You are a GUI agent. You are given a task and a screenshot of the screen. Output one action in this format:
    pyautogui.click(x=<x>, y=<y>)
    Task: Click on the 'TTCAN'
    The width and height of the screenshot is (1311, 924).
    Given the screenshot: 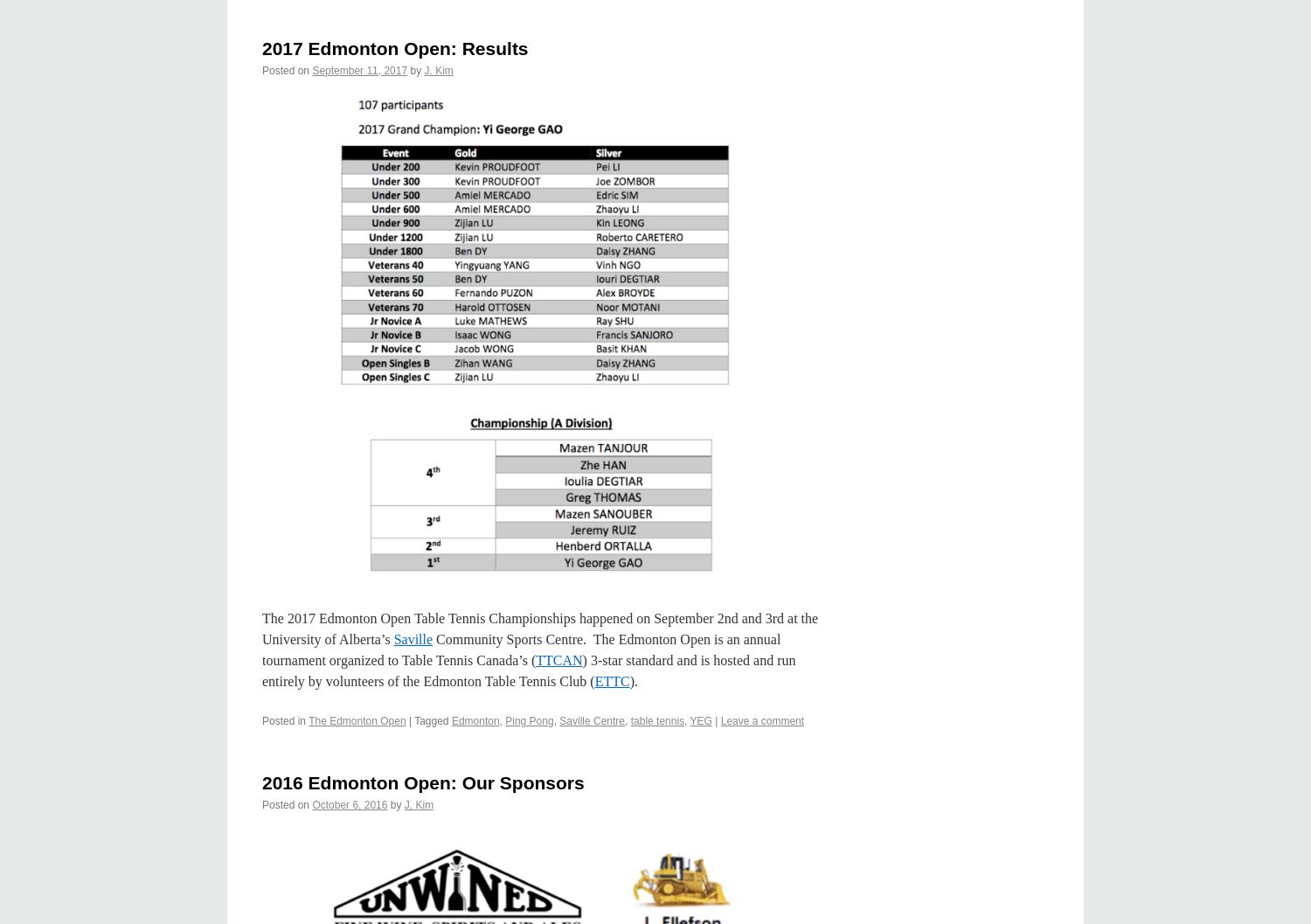 What is the action you would take?
    pyautogui.click(x=558, y=658)
    